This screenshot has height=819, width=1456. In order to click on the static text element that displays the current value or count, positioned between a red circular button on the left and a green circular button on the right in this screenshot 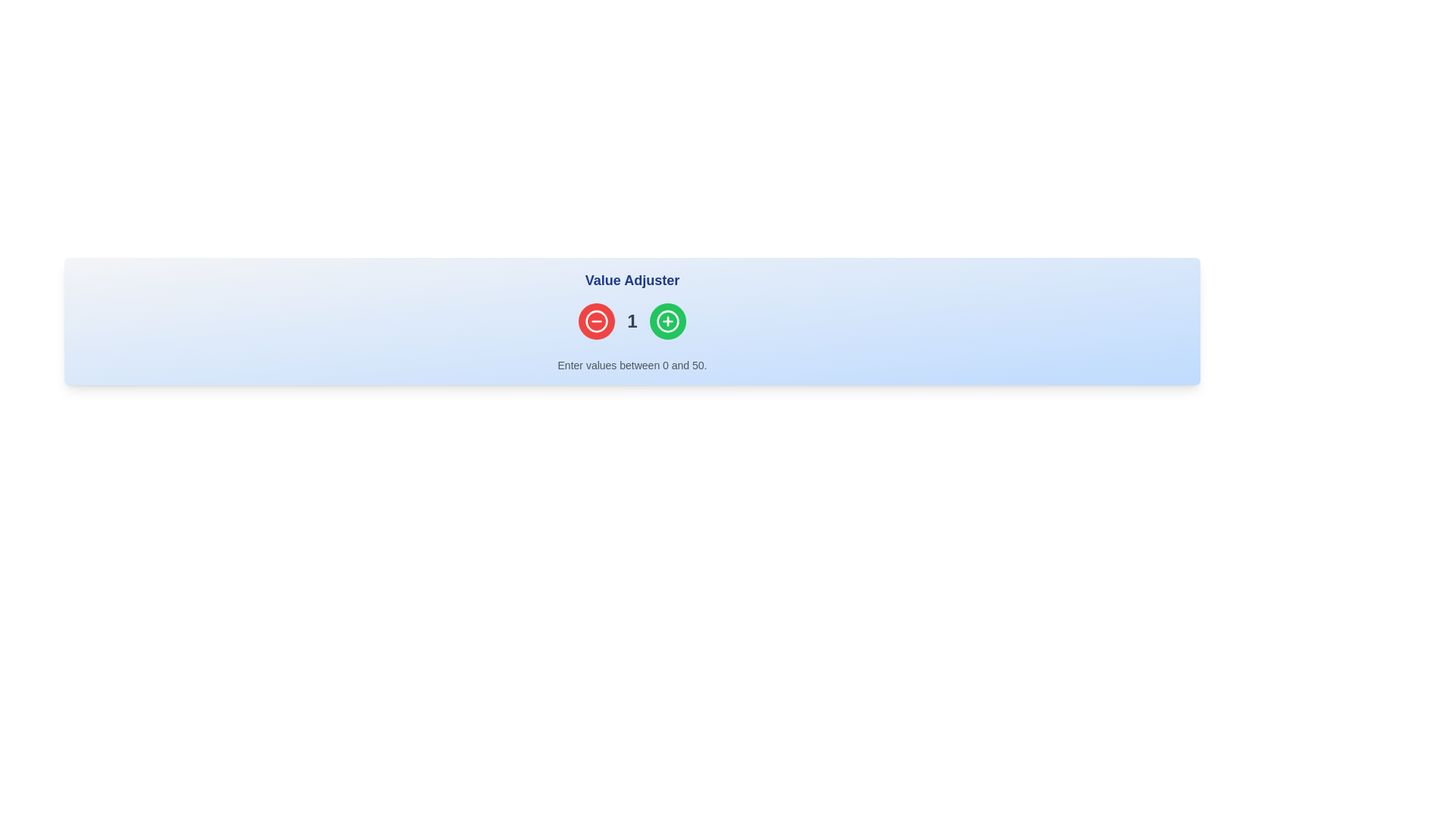, I will do `click(632, 321)`.